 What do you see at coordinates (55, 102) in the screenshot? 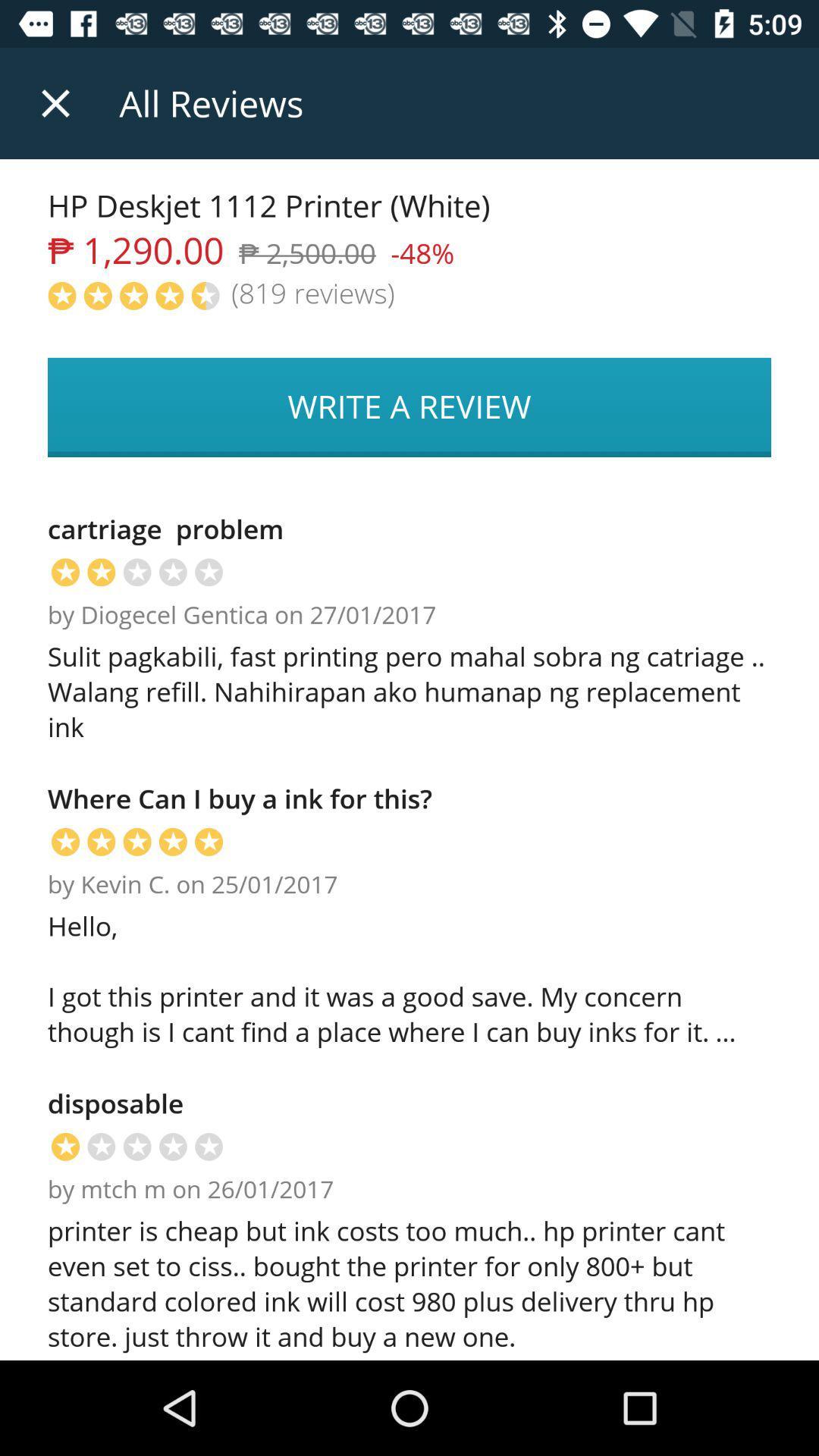
I see `item above the hp deskjet 1112` at bounding box center [55, 102].